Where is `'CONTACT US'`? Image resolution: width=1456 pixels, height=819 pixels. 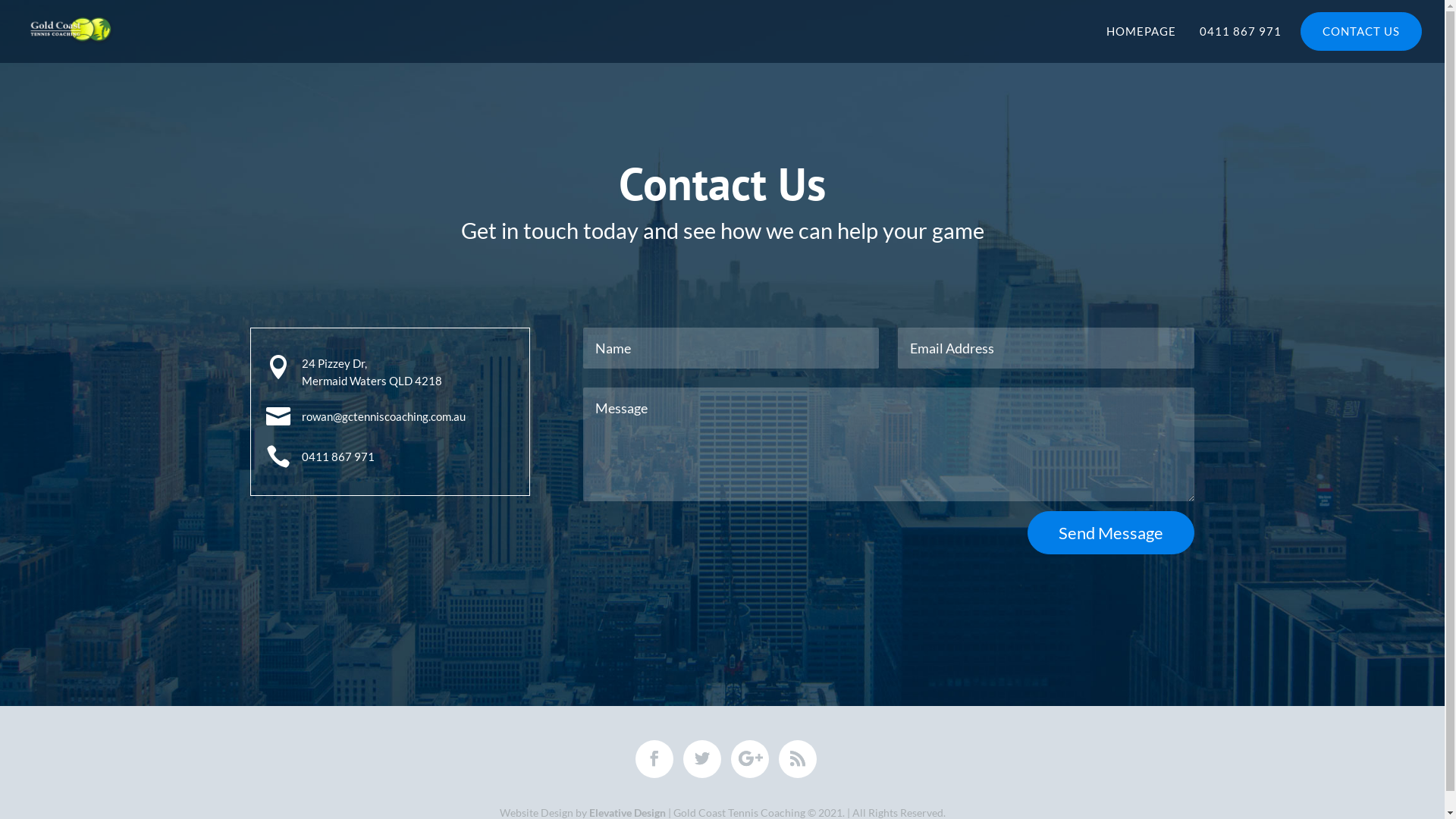 'CONTACT US' is located at coordinates (1301, 34).